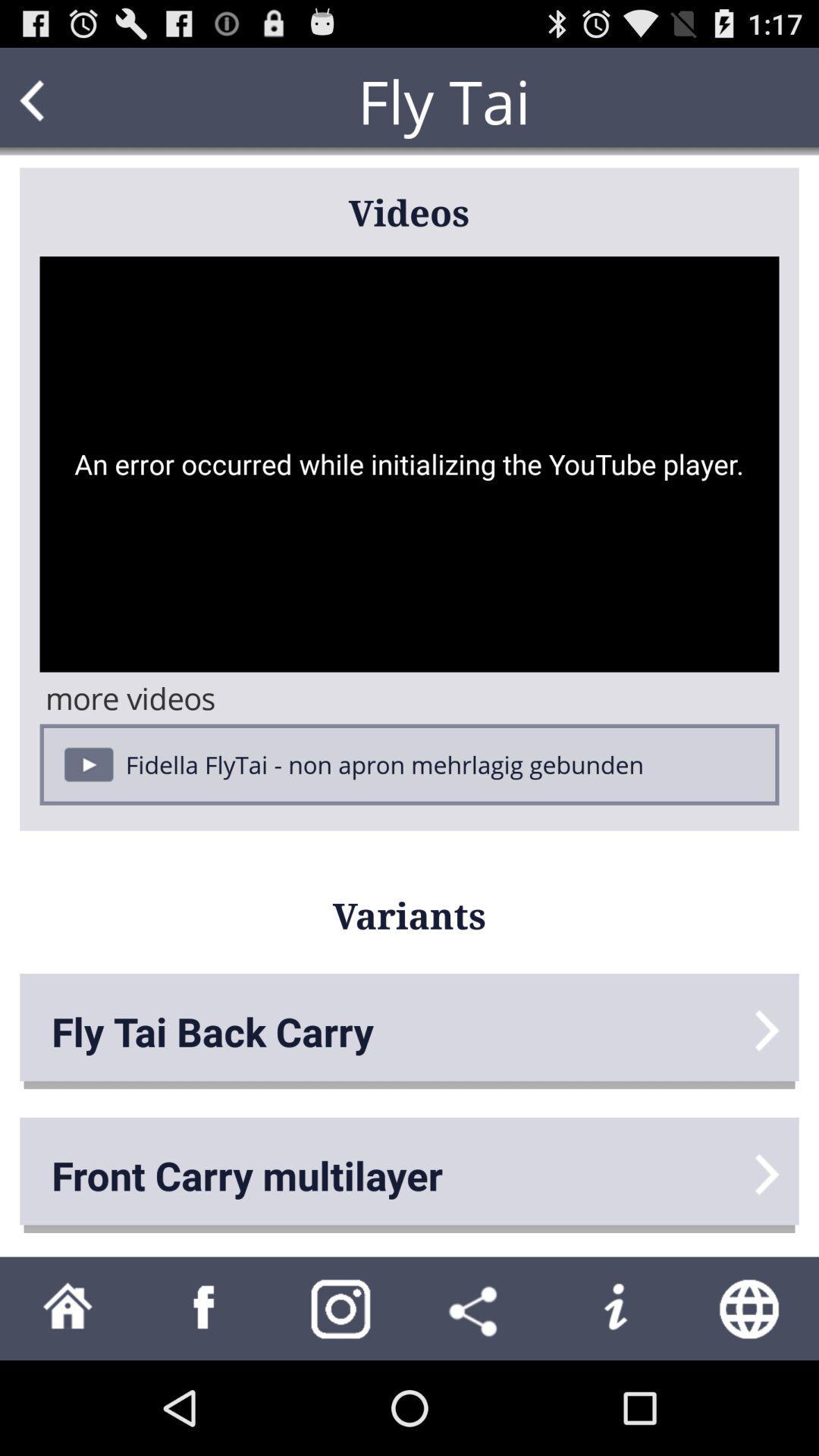  I want to click on home button, so click(67, 1307).